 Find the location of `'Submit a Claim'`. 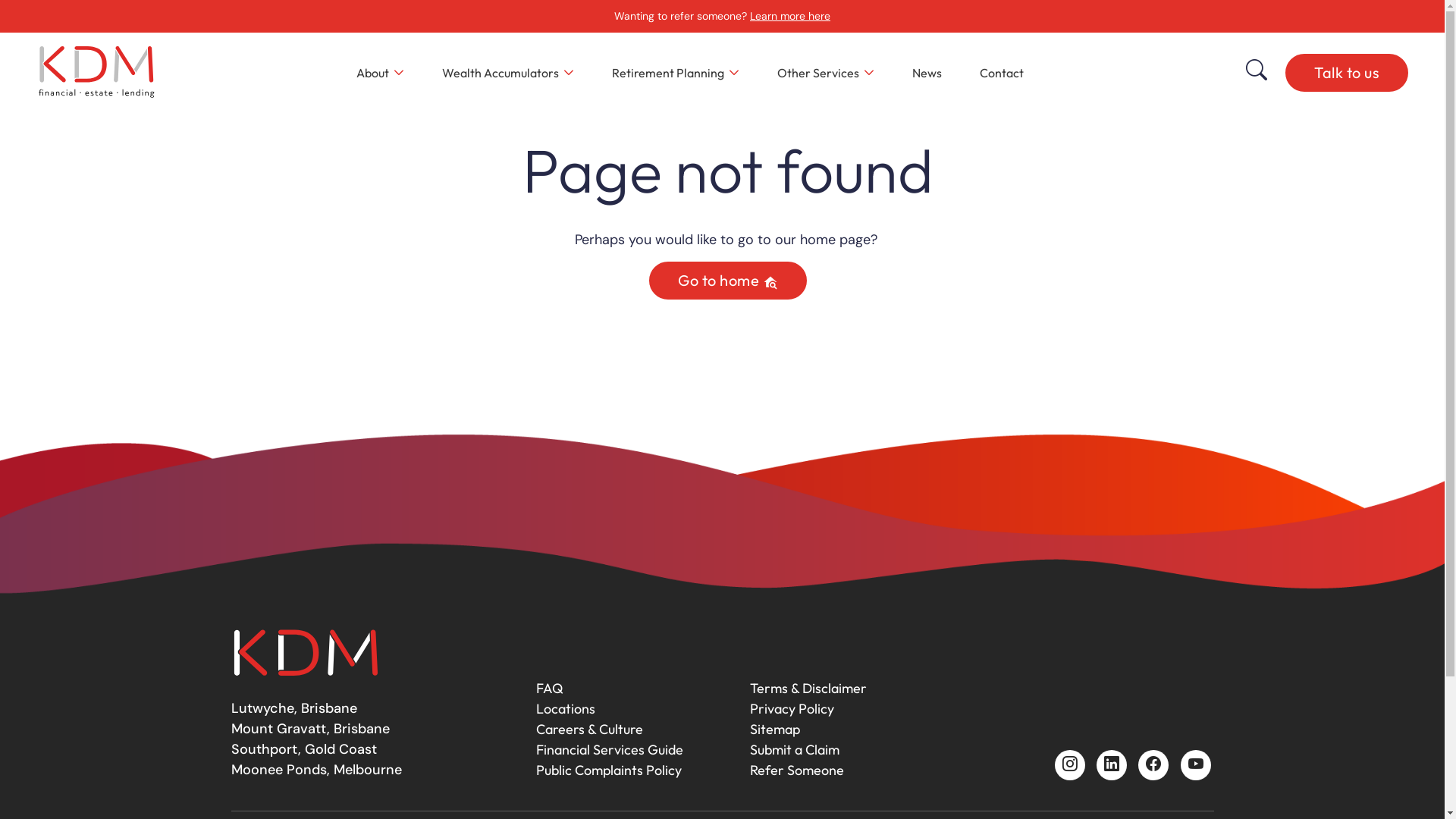

'Submit a Claim' is located at coordinates (792, 748).